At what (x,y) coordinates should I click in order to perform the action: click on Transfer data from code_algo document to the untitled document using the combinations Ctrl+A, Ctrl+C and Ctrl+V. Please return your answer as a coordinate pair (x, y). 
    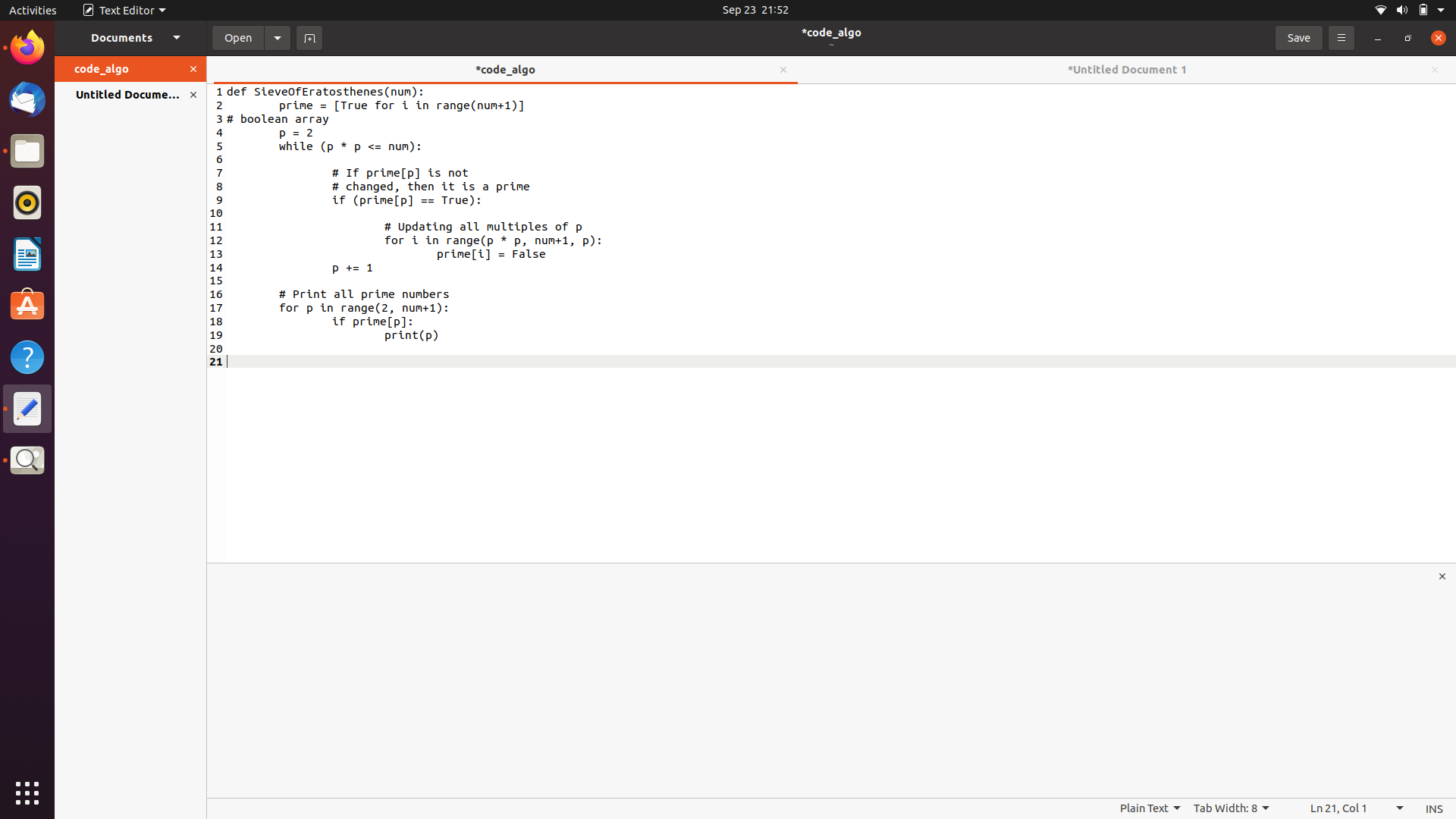
    Looking at the image, I should click on (290, 119).